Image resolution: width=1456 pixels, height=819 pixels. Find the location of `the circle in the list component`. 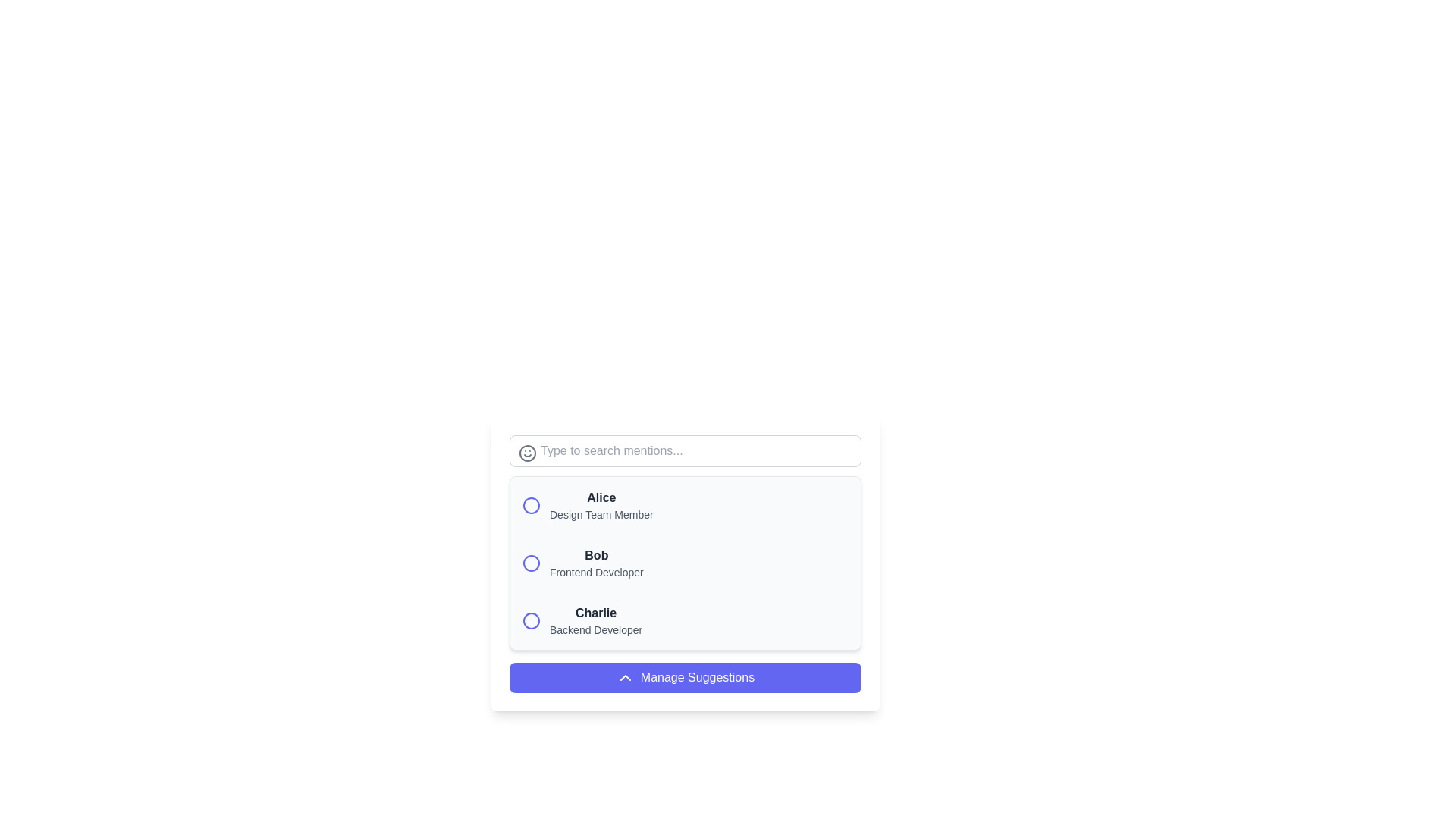

the circle in the list component is located at coordinates (684, 564).